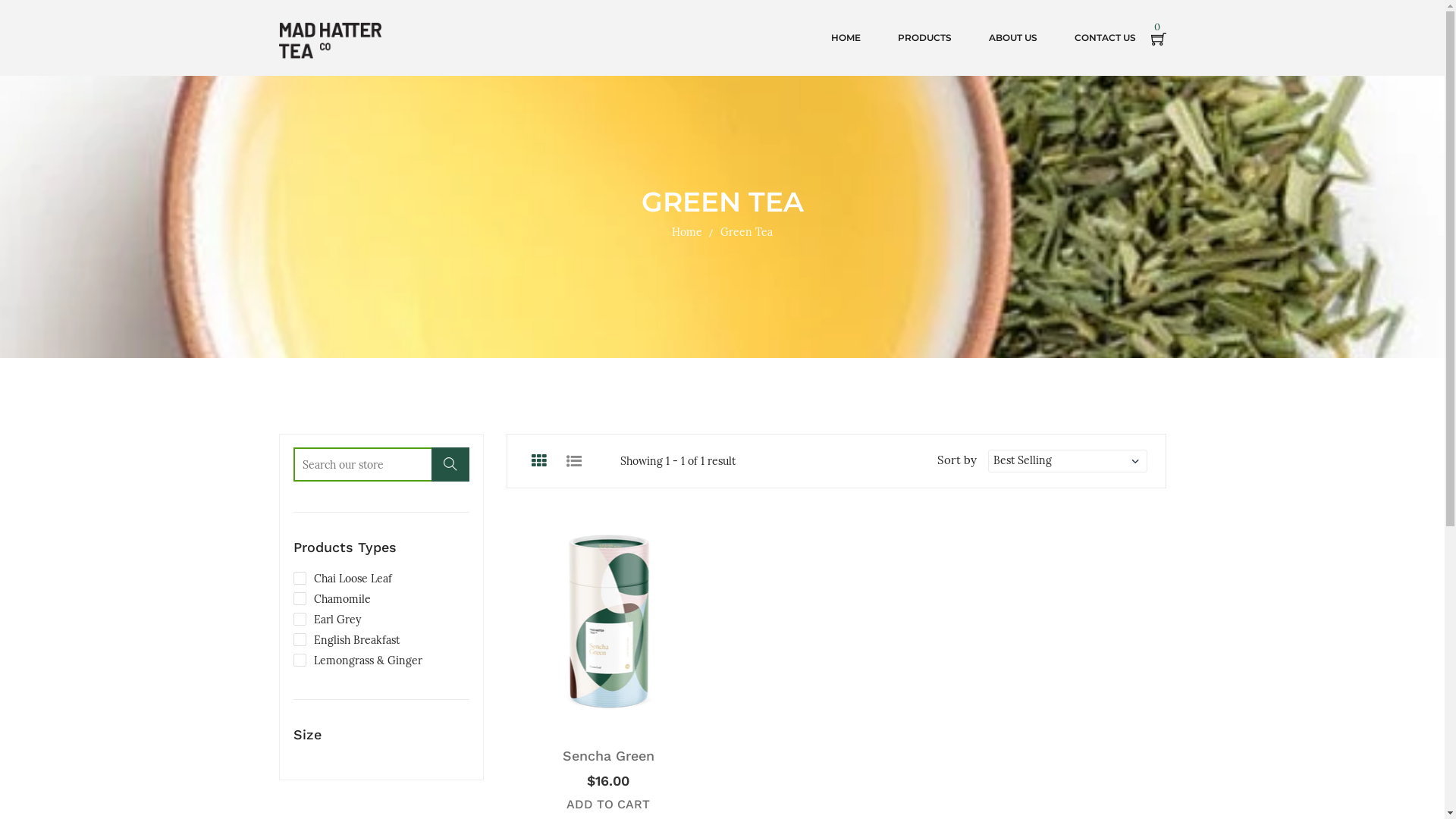 The image size is (1456, 819). Describe the element at coordinates (292, 598) in the screenshot. I see `'Chamomile'` at that location.